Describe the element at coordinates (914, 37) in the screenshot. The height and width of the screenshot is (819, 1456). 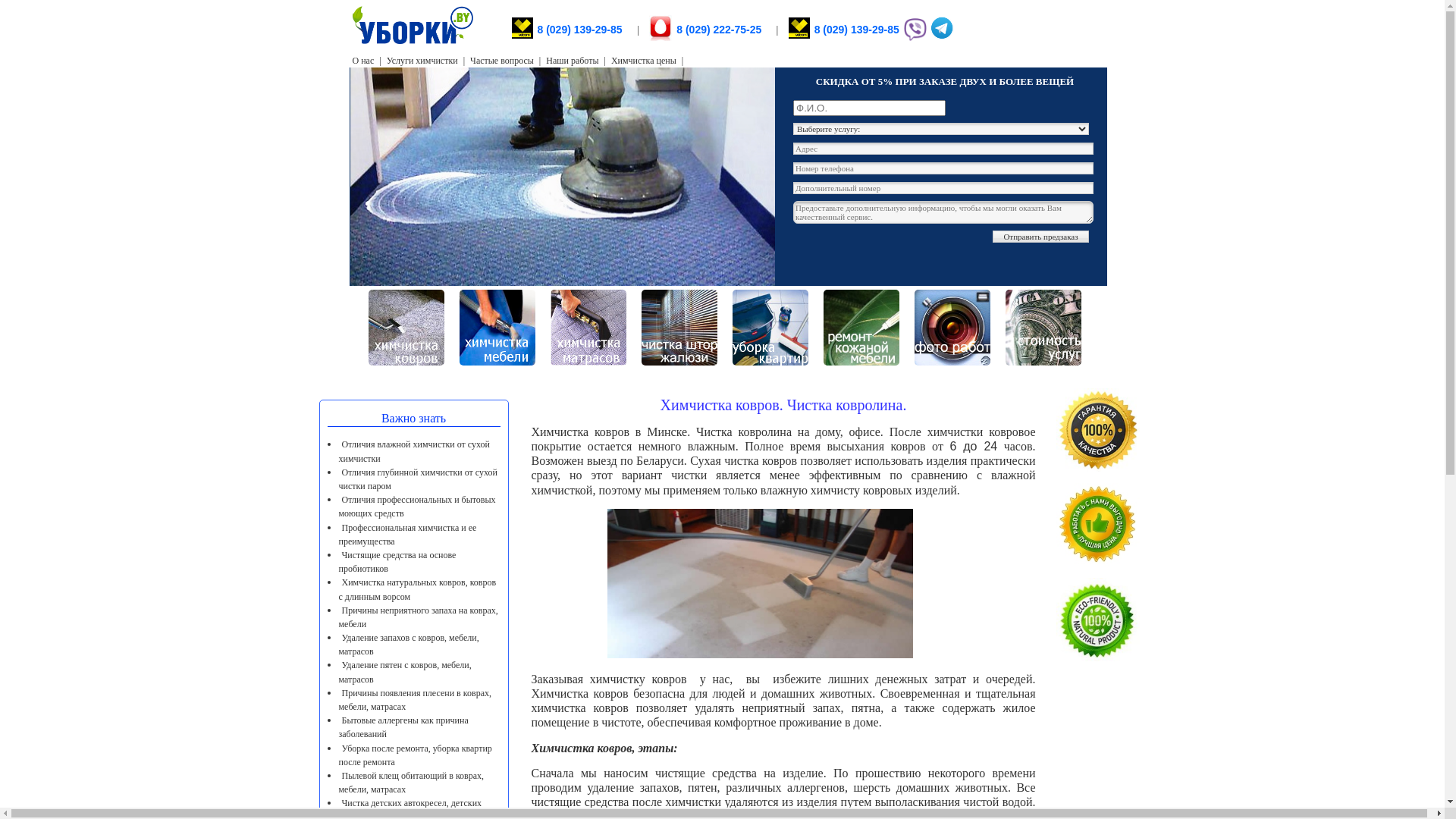
I see `'Viber'` at that location.